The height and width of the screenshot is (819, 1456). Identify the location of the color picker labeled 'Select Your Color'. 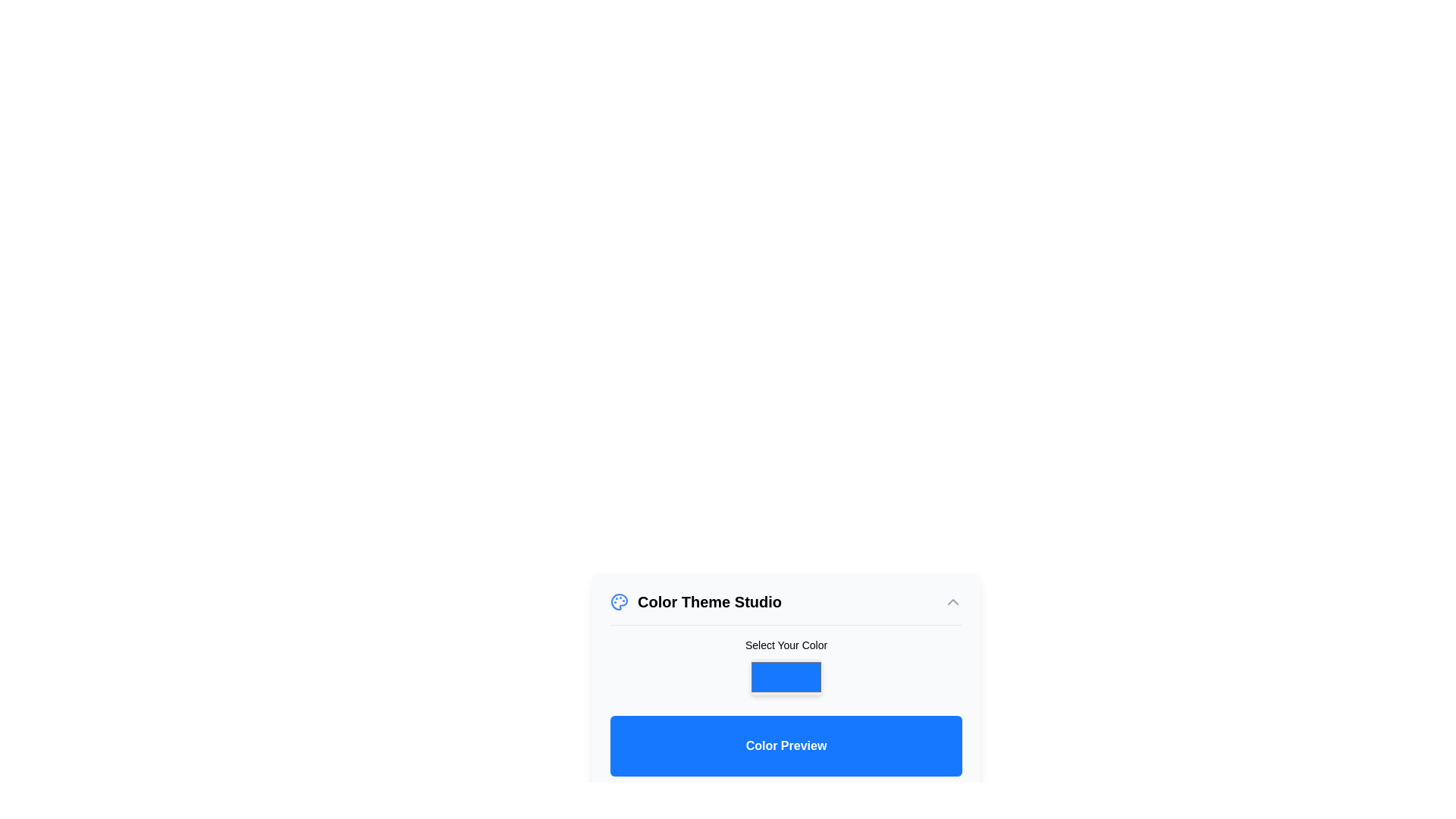
(786, 667).